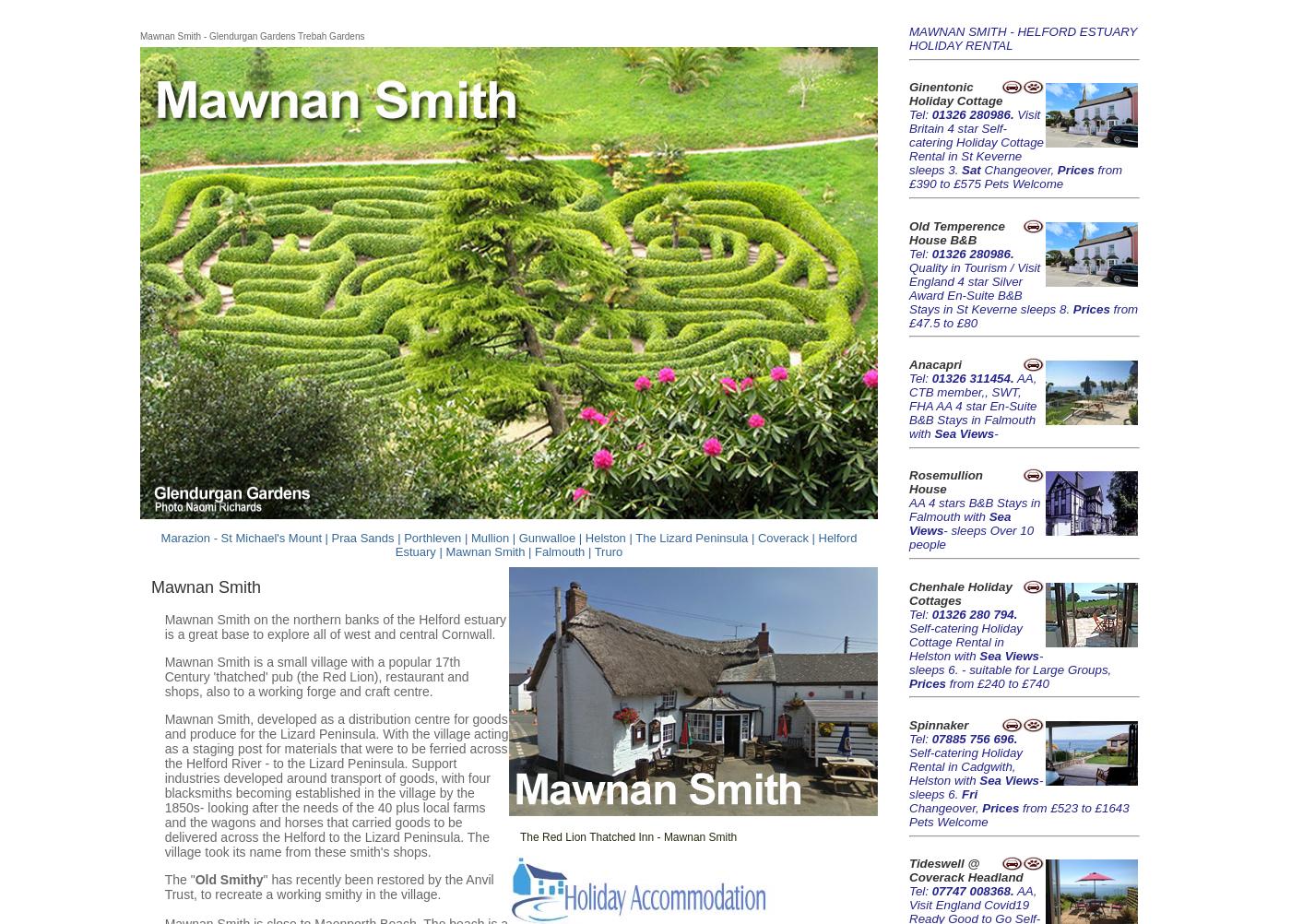  What do you see at coordinates (972, 377) in the screenshot?
I see `'01326 311454.'` at bounding box center [972, 377].